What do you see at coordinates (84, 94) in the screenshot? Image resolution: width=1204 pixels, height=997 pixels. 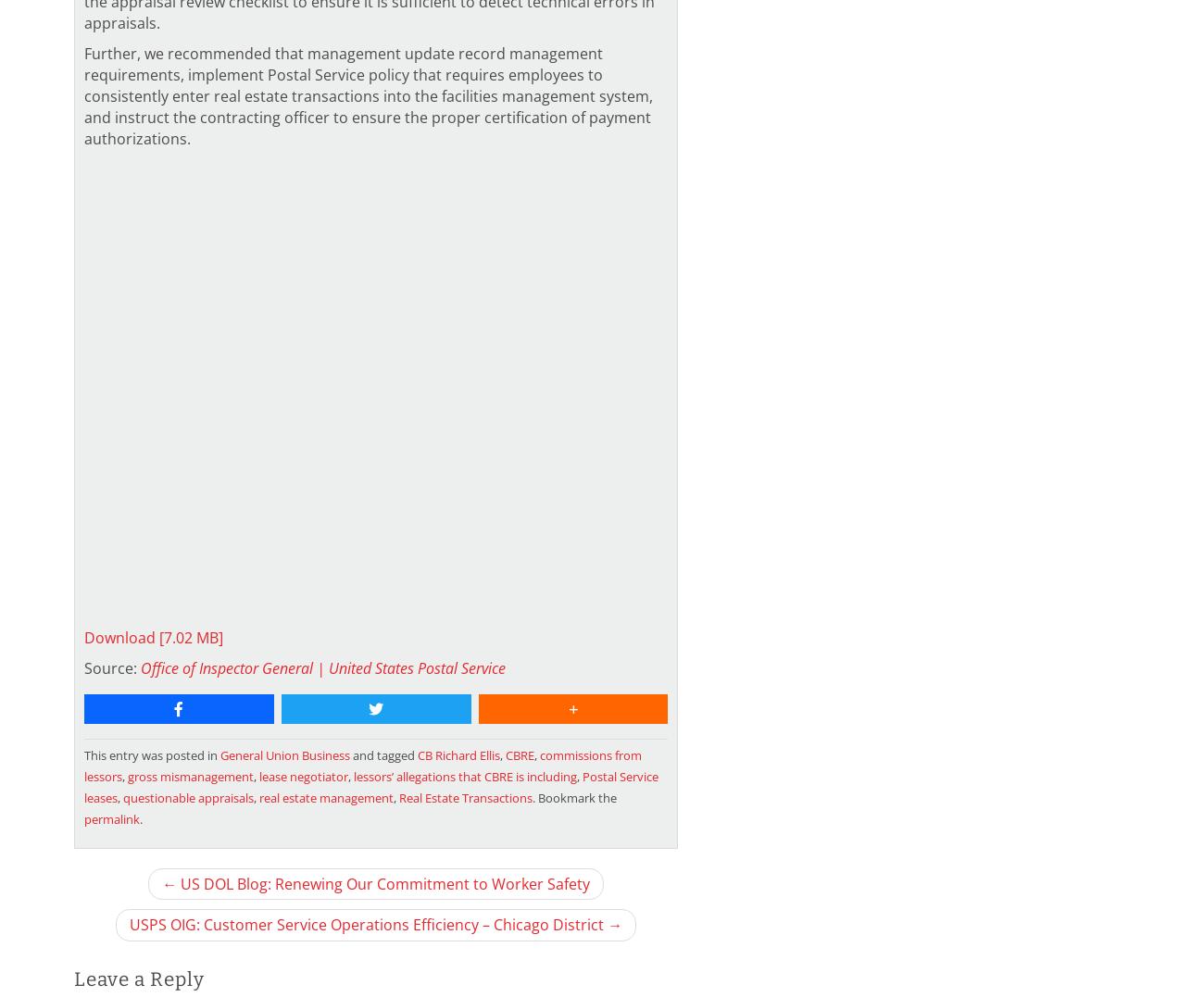 I see `'Further, we recommended that management update record management requirements, implement Postal Service policy that requires employees to consistently enter real estate transactions into the facilities management system, and instruct the contracting officer to ensure the proper certification of payment authorizations.'` at bounding box center [84, 94].